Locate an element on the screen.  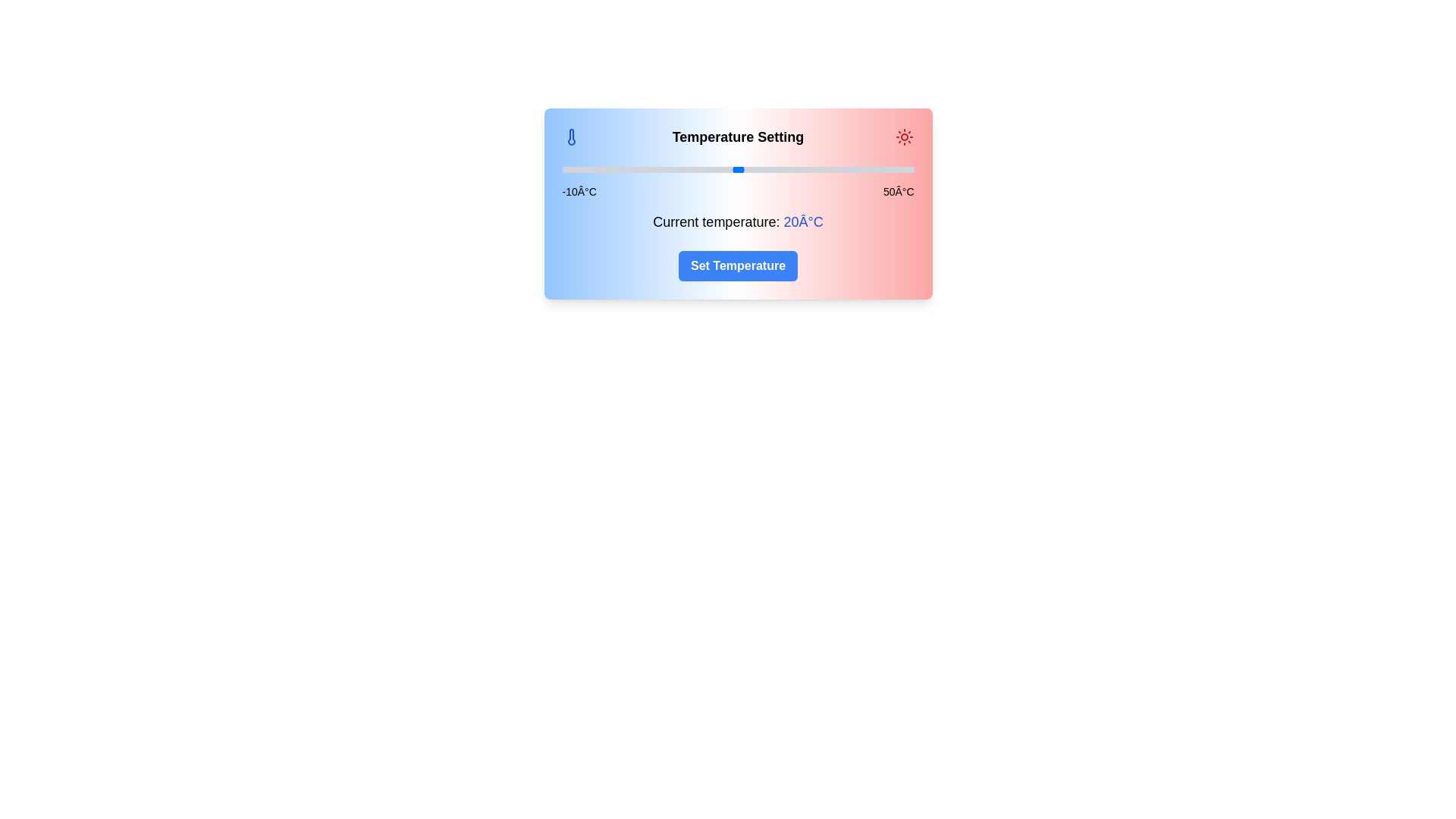
the slider to set the temperature to 9°C is located at coordinates (673, 169).